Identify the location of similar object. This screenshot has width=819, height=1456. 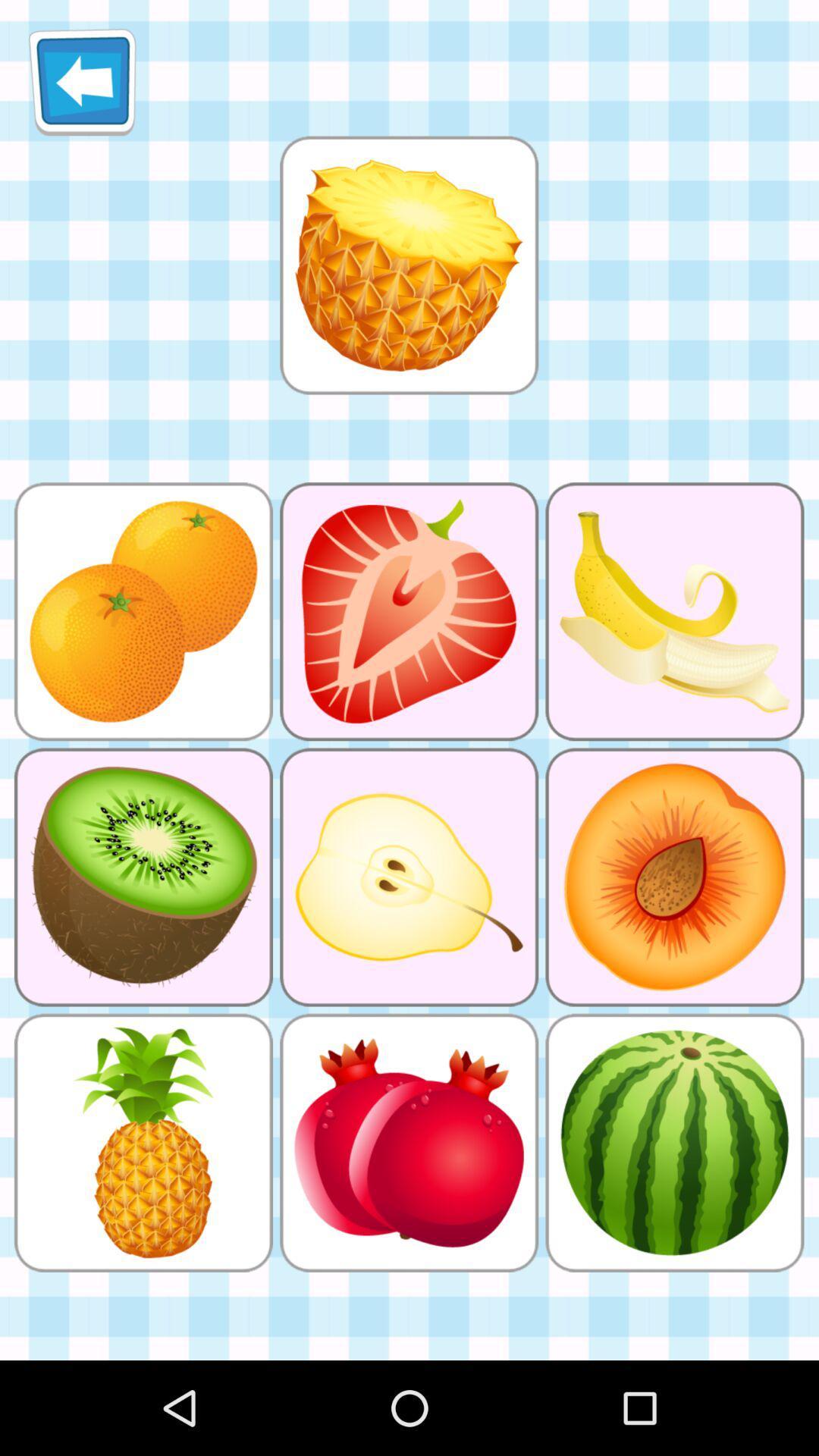
(408, 265).